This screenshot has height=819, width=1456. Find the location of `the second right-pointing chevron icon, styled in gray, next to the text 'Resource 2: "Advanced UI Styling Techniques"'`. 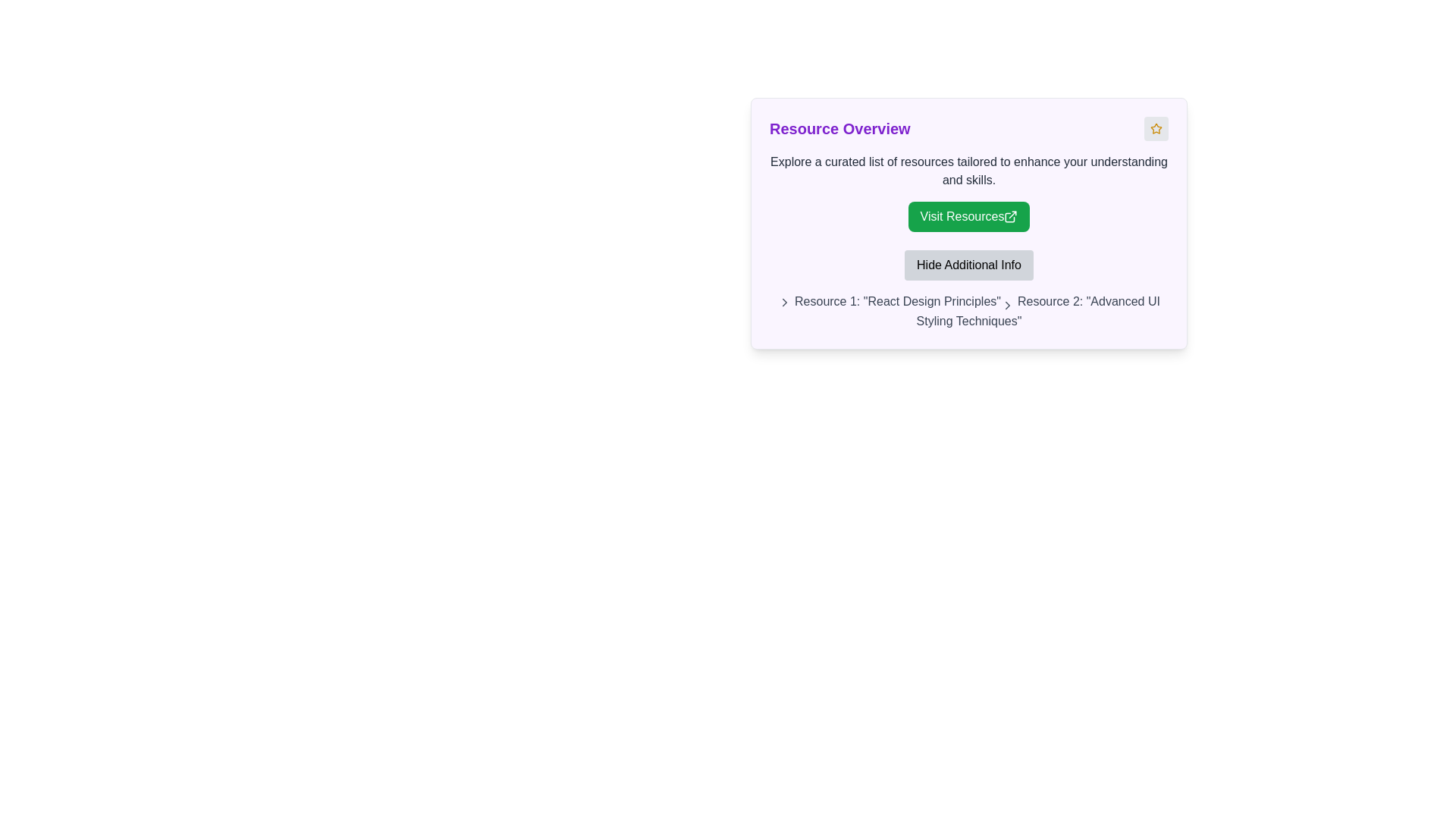

the second right-pointing chevron icon, styled in gray, next to the text 'Resource 2: "Advanced UI Styling Techniques"' is located at coordinates (1008, 305).